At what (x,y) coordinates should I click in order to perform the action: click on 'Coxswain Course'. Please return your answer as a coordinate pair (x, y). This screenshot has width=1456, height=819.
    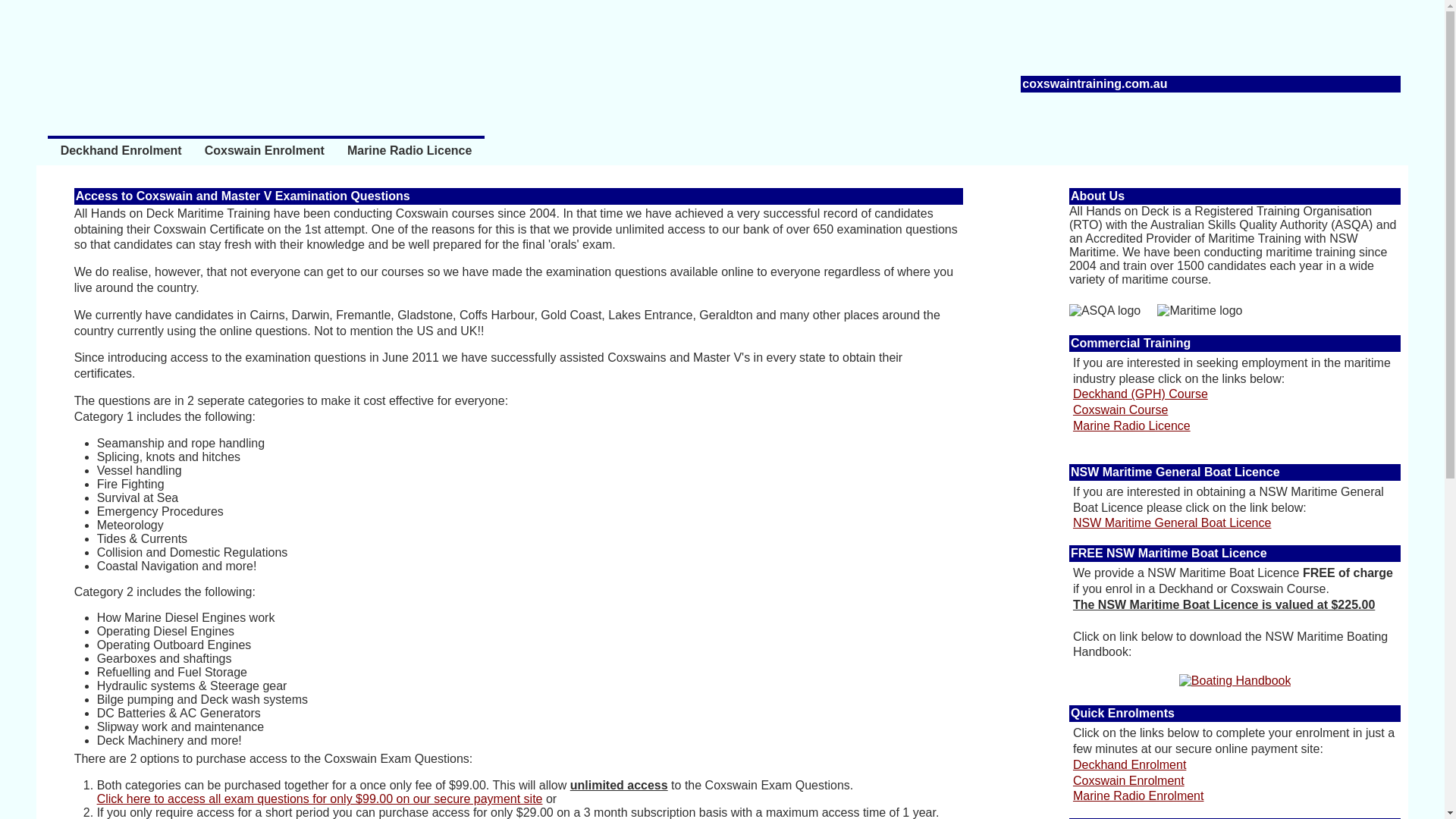
    Looking at the image, I should click on (1120, 409).